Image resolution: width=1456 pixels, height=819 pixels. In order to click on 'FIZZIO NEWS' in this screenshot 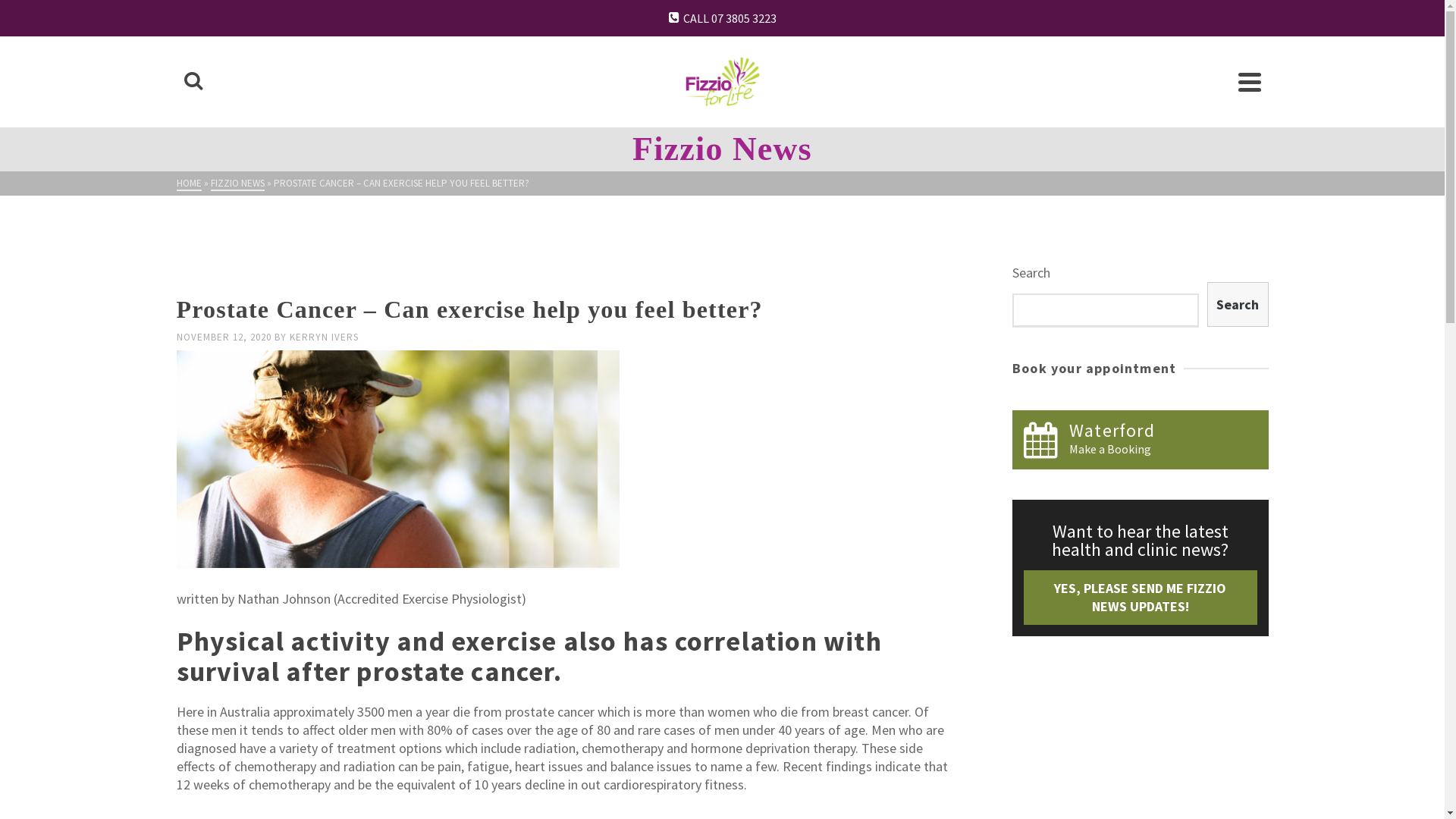, I will do `click(237, 183)`.